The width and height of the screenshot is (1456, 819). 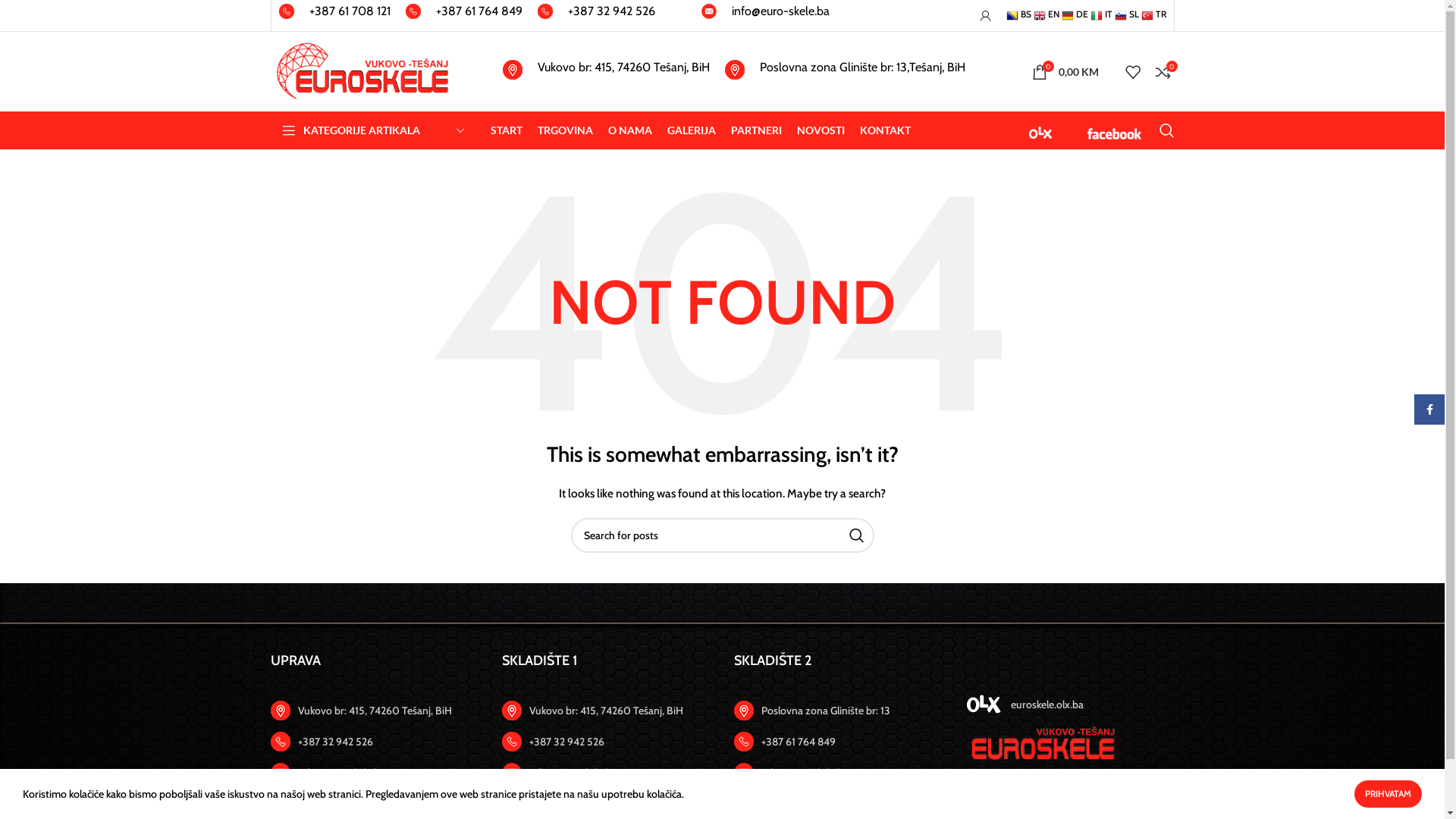 What do you see at coordinates (764, 15) in the screenshot?
I see `'info@euro-skele.ba'` at bounding box center [764, 15].